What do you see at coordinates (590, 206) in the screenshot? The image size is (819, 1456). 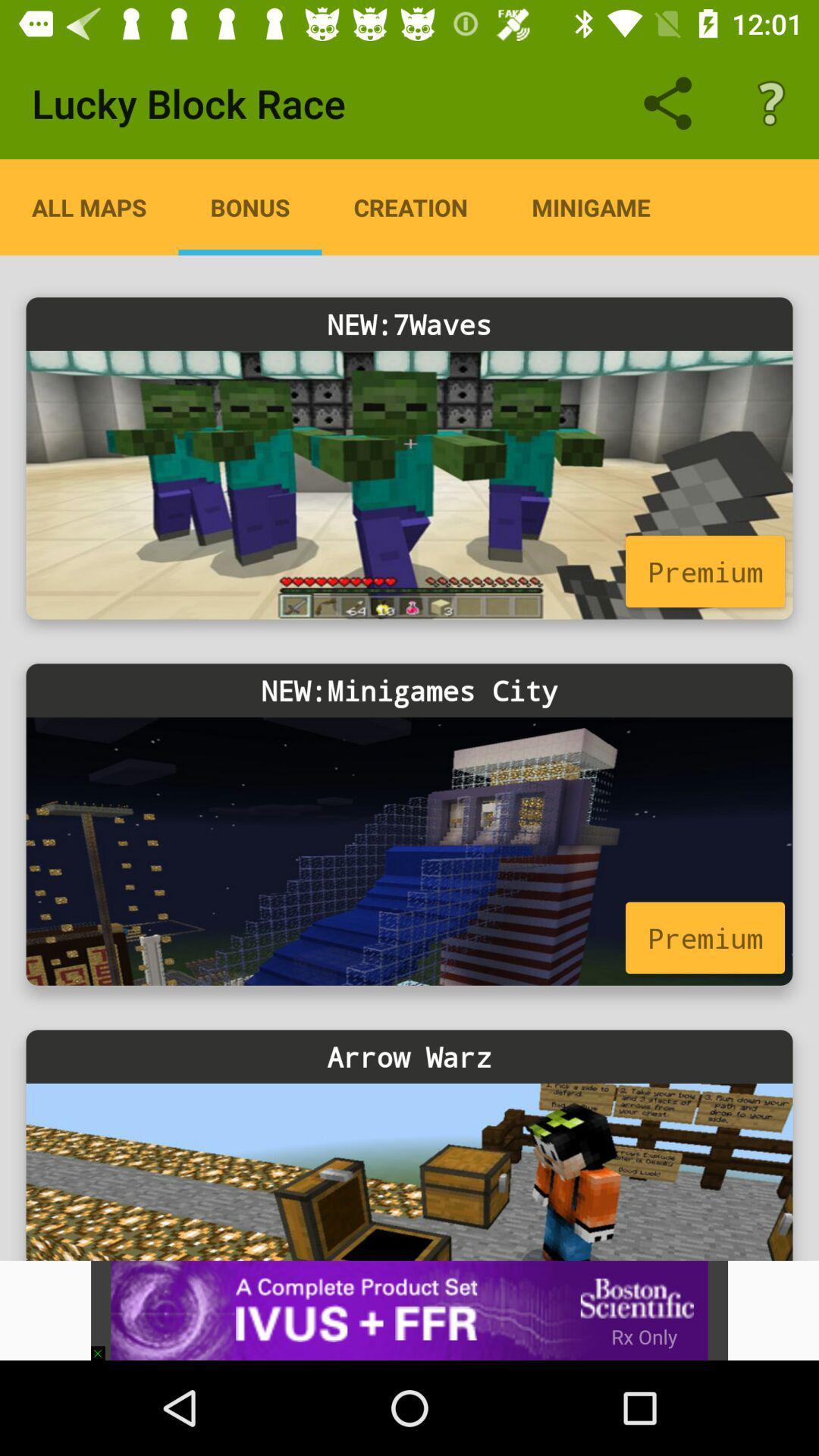 I see `the app next to the creation icon` at bounding box center [590, 206].